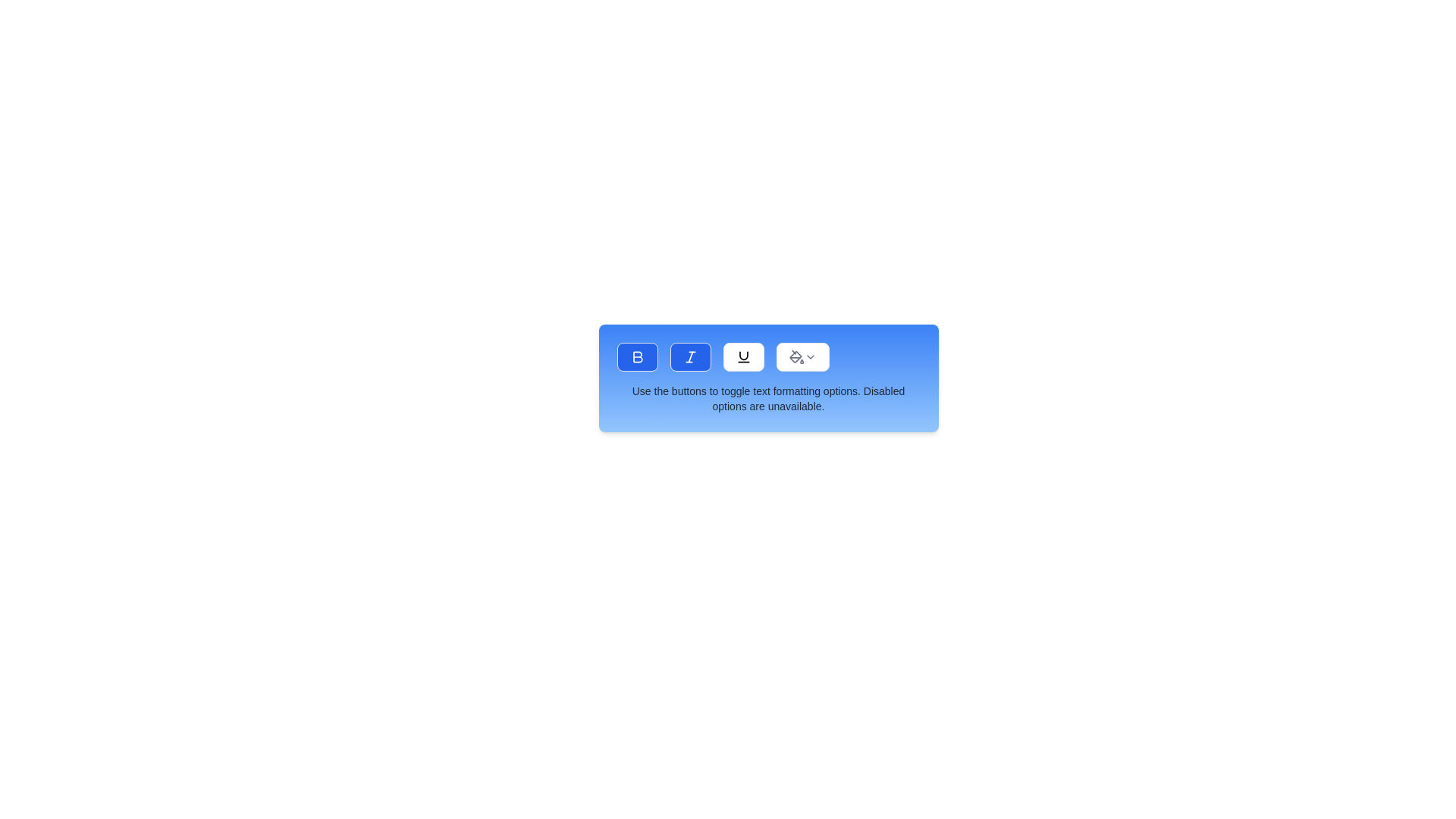 The width and height of the screenshot is (1456, 819). What do you see at coordinates (689, 356) in the screenshot?
I see `the italic 'I' icon button, which is the second formatting button in a row of four` at bounding box center [689, 356].